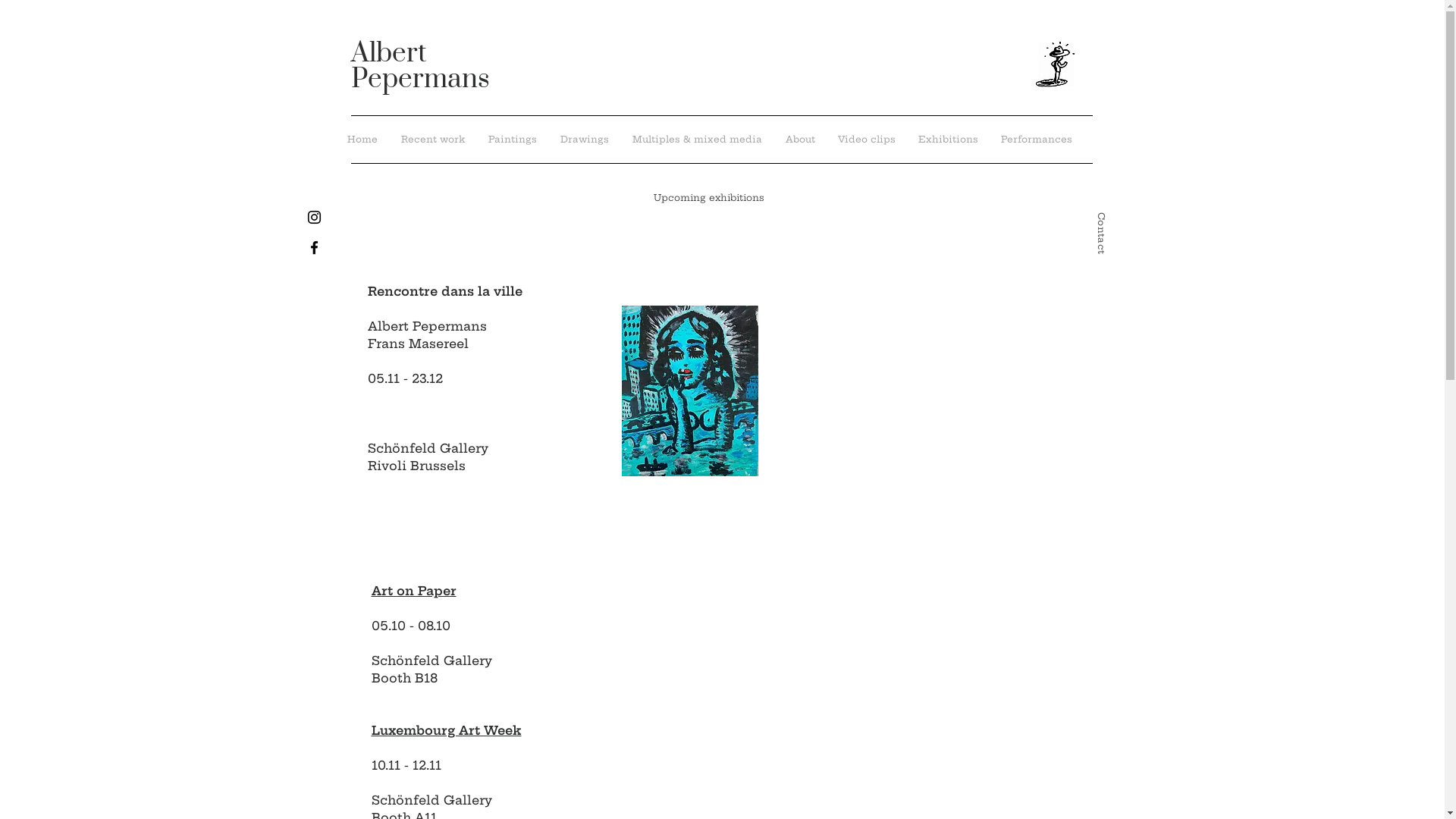  What do you see at coordinates (620, 140) in the screenshot?
I see `'Multiples & mixed media'` at bounding box center [620, 140].